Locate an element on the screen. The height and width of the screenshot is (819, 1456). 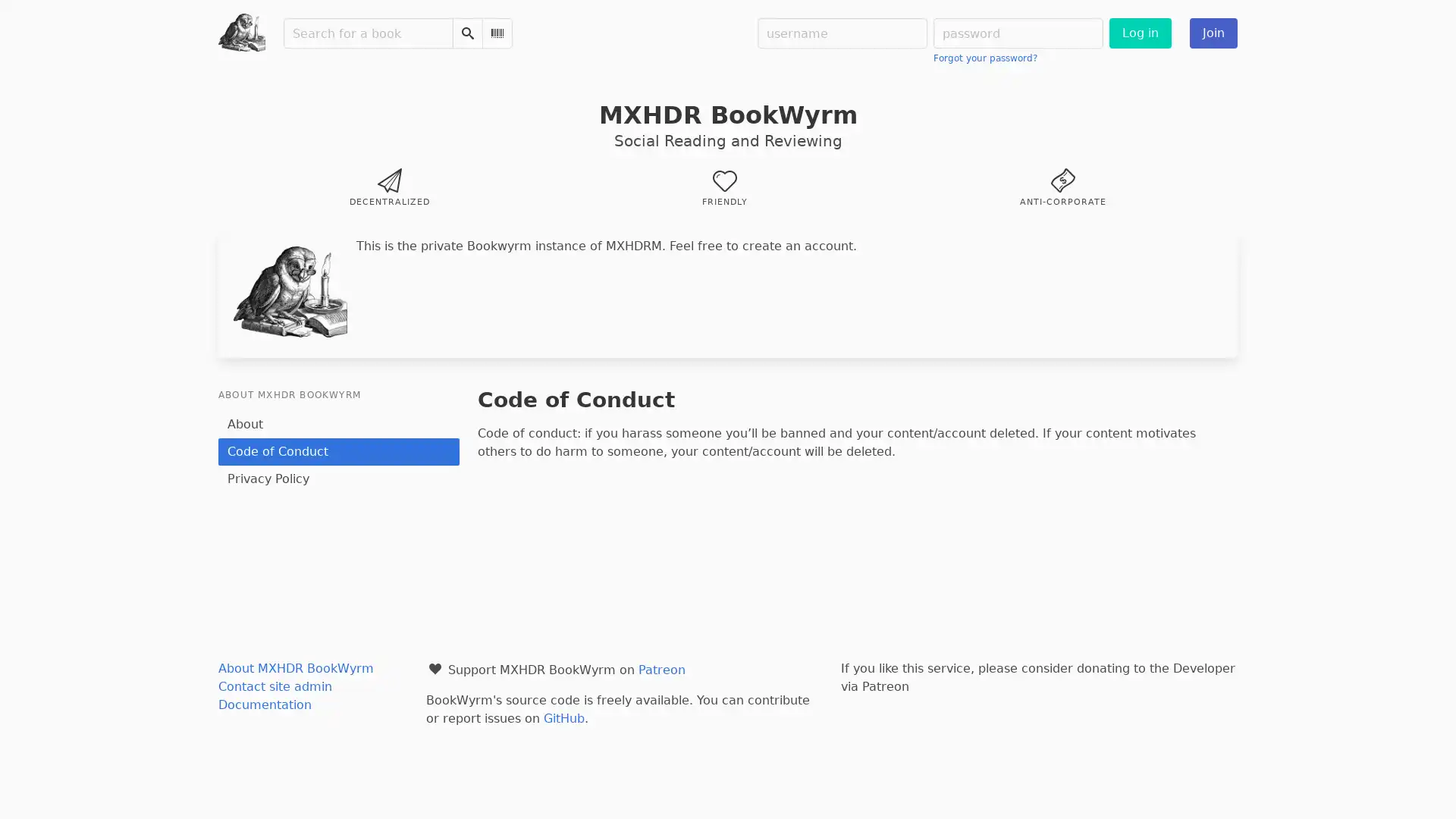
Log in is located at coordinates (1140, 33).